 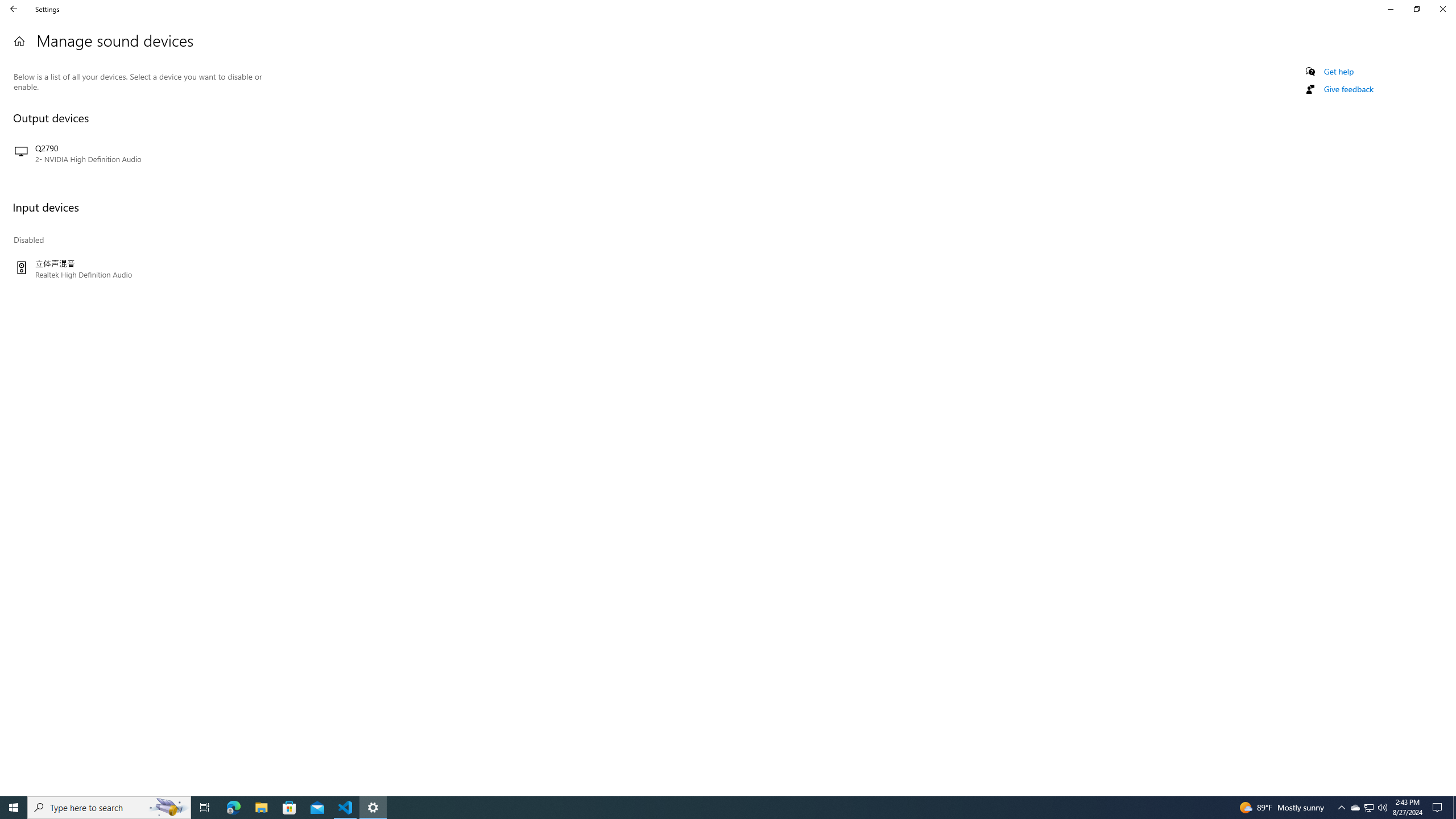 What do you see at coordinates (1347, 89) in the screenshot?
I see `'Give feedback'` at bounding box center [1347, 89].